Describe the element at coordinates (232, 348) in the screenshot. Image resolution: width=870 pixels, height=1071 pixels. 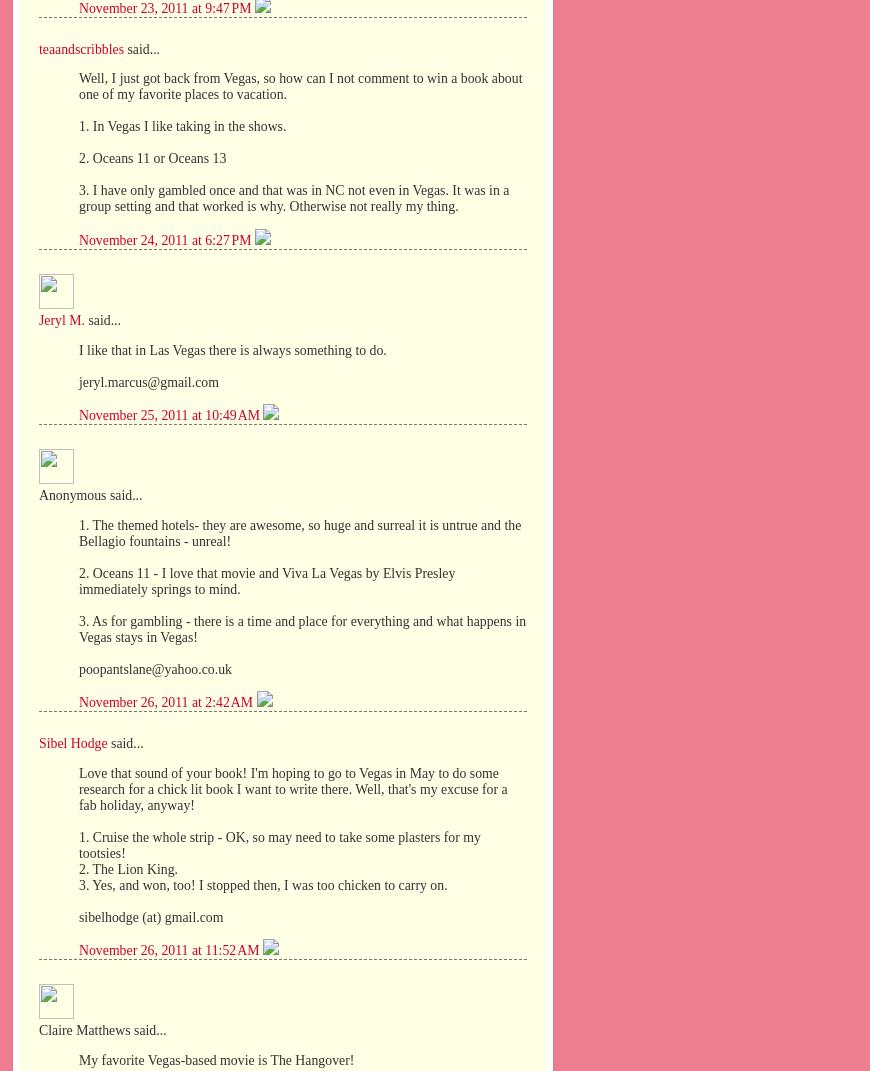
I see `'I like that in Las Vegas there is always something to do.'` at that location.